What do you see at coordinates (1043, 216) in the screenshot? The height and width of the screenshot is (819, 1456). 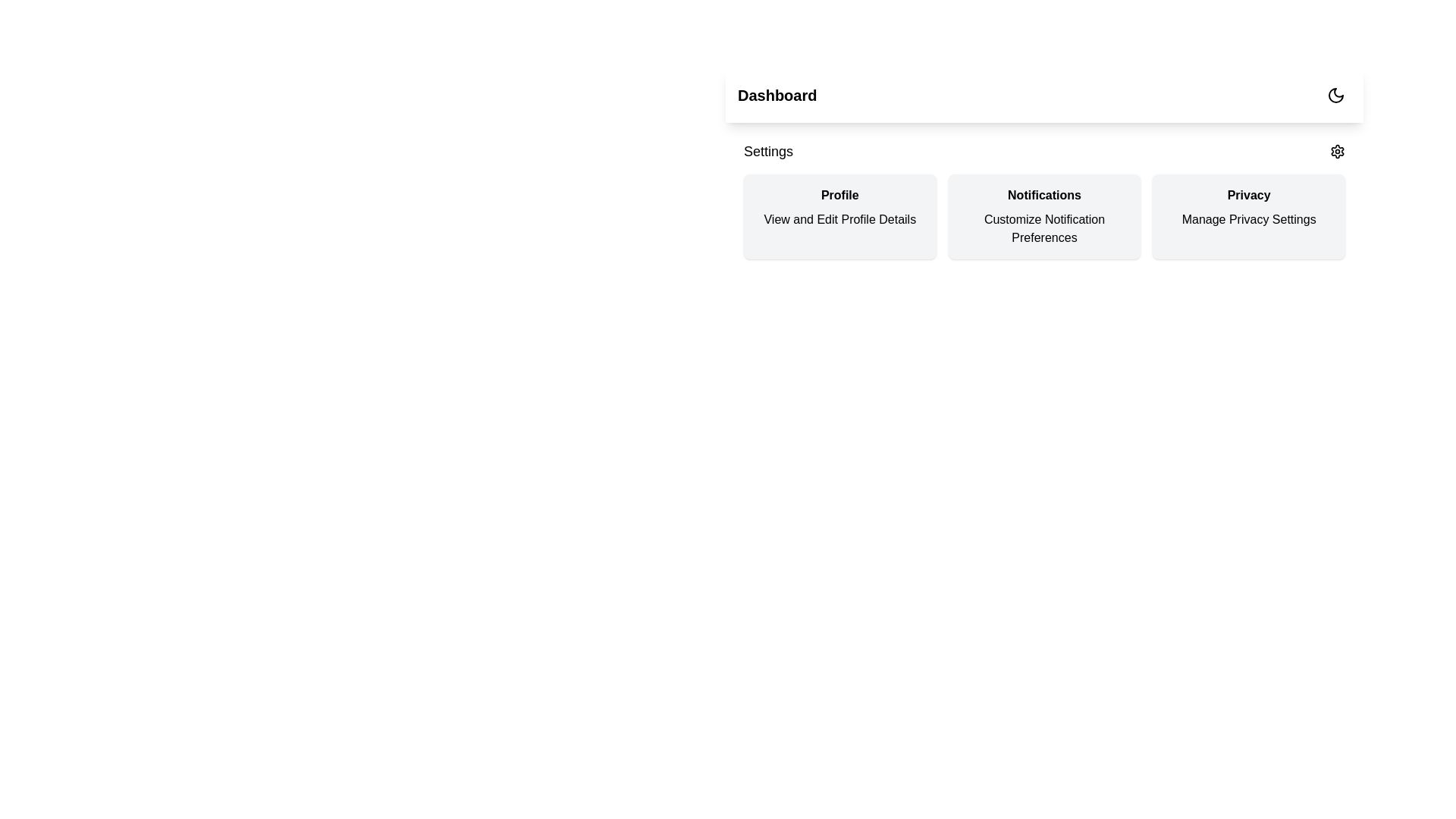 I see `the 'Notifications' card element` at bounding box center [1043, 216].